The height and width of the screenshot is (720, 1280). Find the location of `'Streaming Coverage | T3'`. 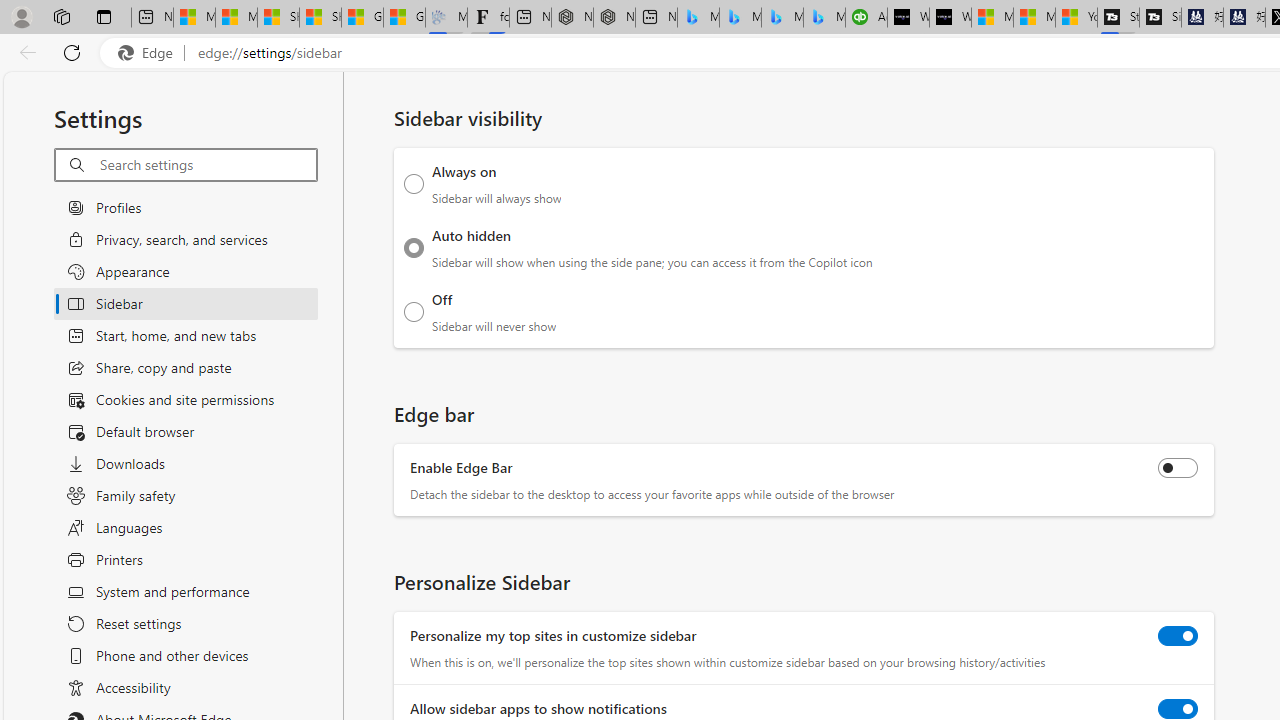

'Streaming Coverage | T3' is located at coordinates (1117, 17).